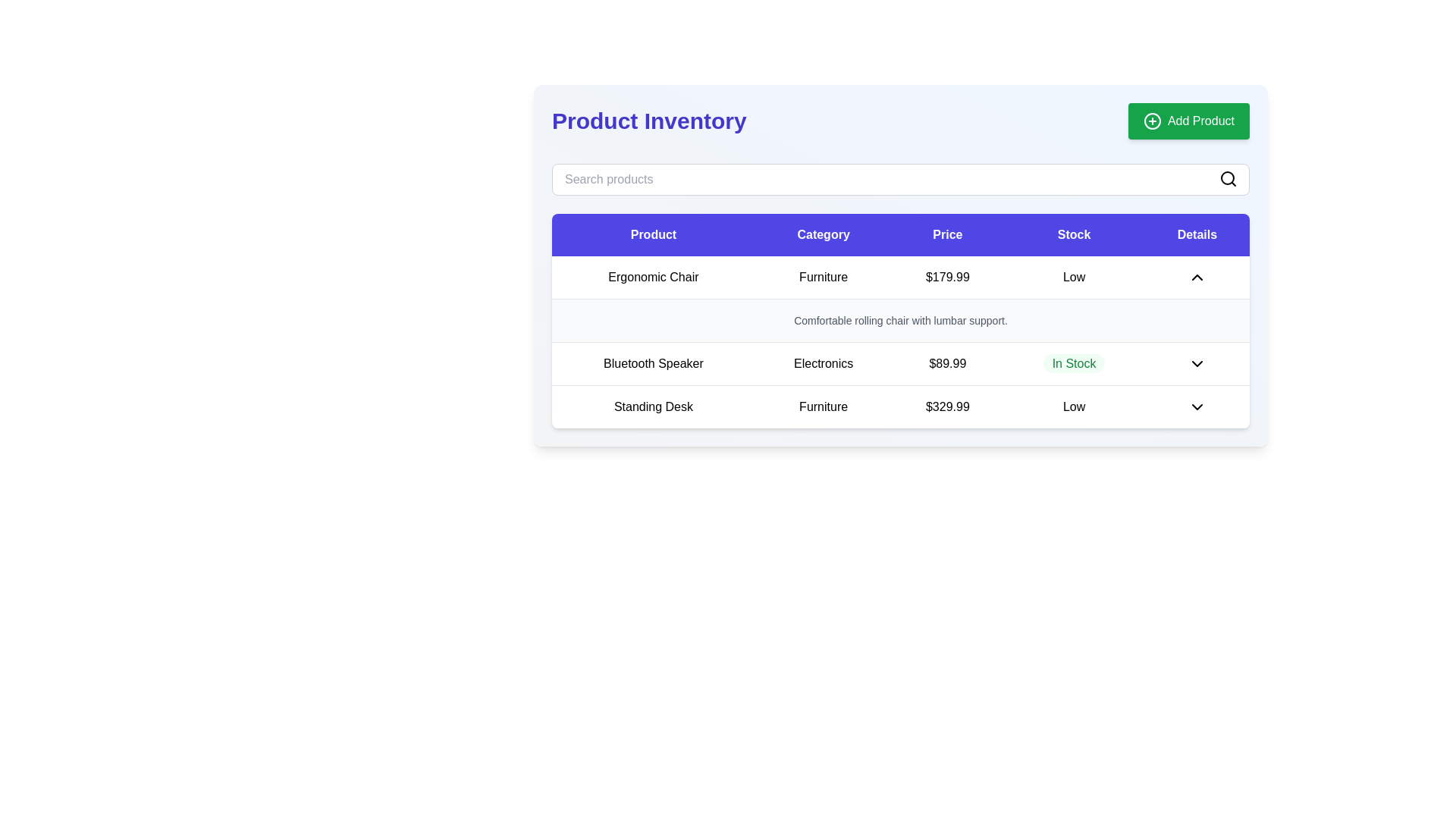 Image resolution: width=1456 pixels, height=819 pixels. Describe the element at coordinates (1196, 278) in the screenshot. I see `within the 'Details' column button for the 'Ergonomic Chair' entry` at that location.